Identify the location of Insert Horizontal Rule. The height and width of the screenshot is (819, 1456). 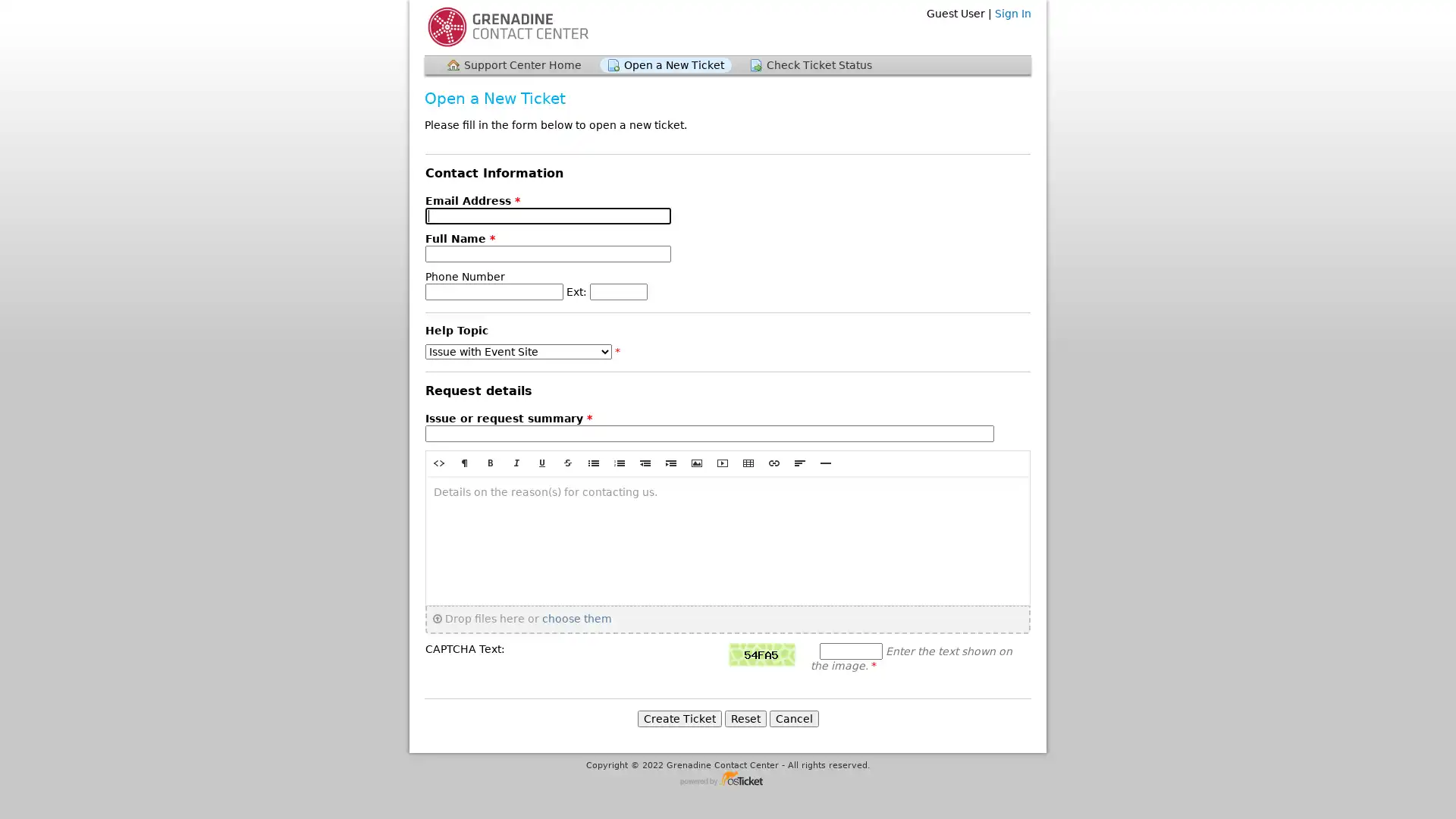
(825, 462).